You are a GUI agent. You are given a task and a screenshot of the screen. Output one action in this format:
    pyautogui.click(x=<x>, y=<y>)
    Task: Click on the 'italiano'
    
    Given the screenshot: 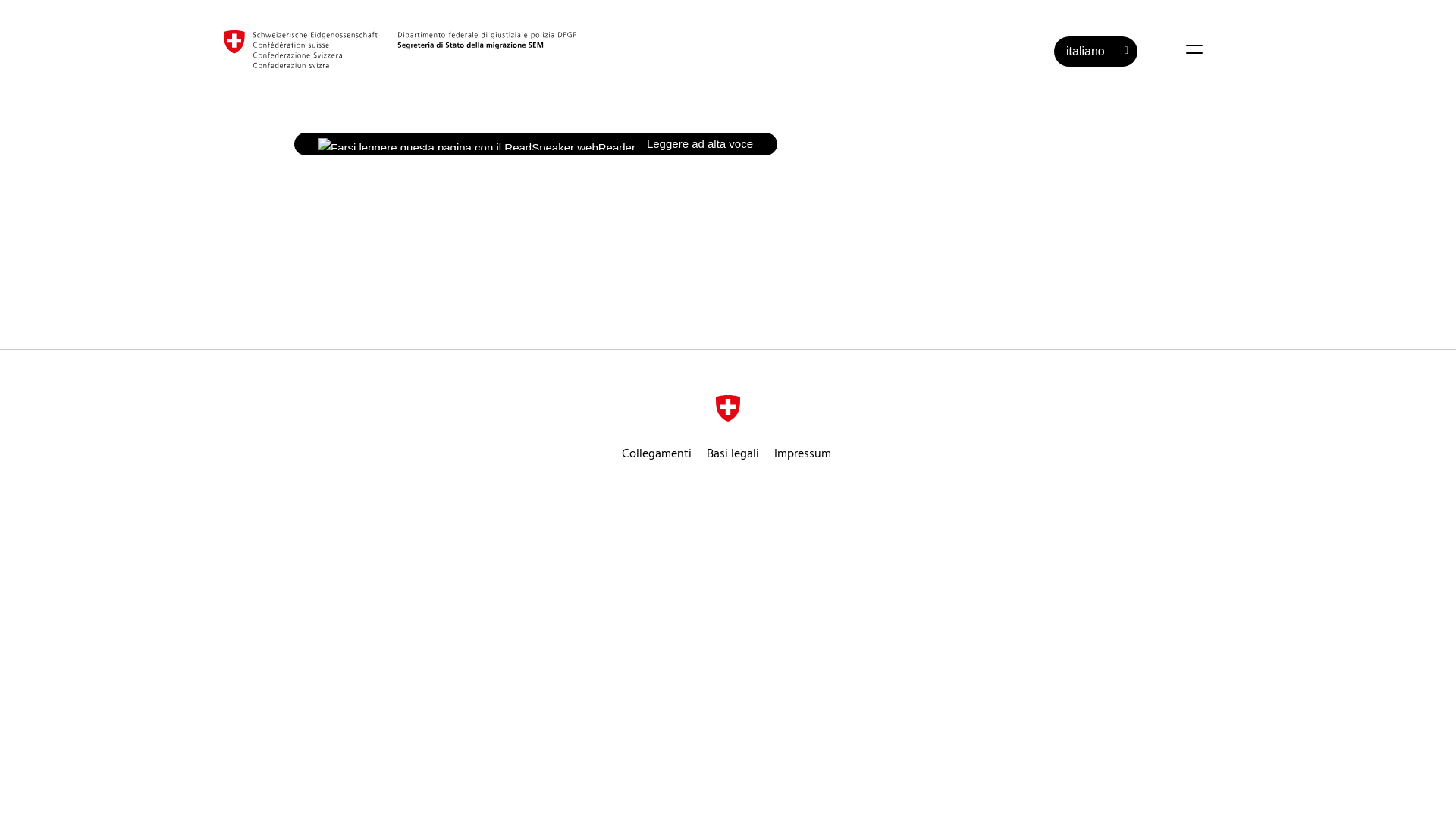 What is the action you would take?
    pyautogui.click(x=1095, y=51)
    